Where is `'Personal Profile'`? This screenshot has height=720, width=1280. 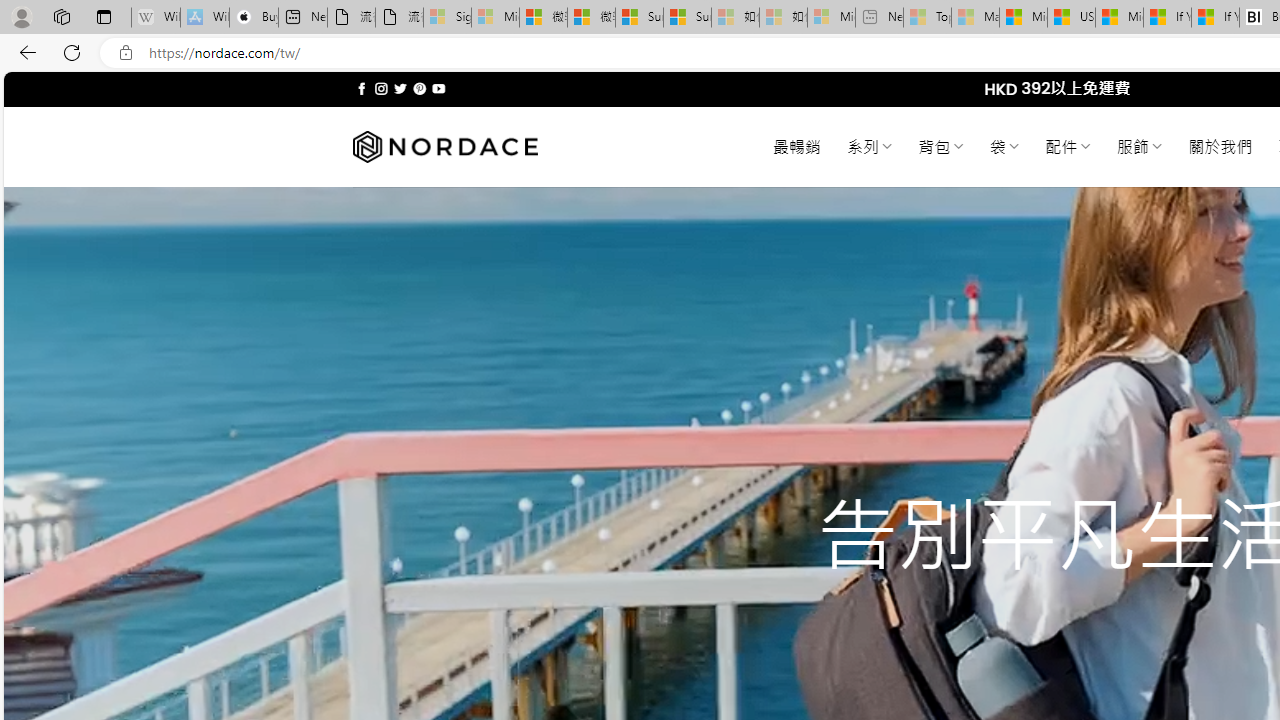 'Personal Profile' is located at coordinates (21, 16).